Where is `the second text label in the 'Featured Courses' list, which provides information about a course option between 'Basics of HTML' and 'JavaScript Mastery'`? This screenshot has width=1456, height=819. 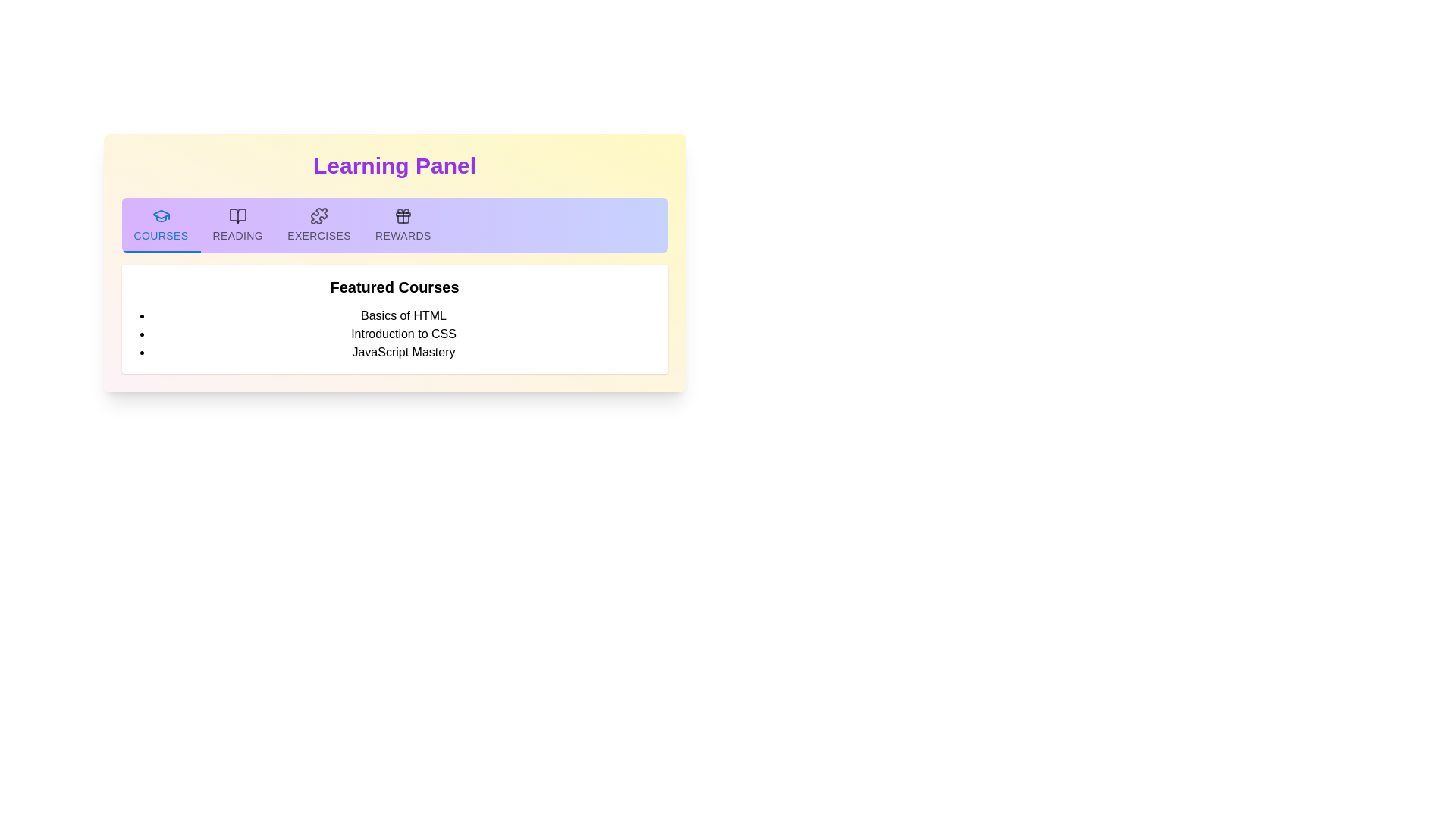 the second text label in the 'Featured Courses' list, which provides information about a course option between 'Basics of HTML' and 'JavaScript Mastery' is located at coordinates (403, 333).